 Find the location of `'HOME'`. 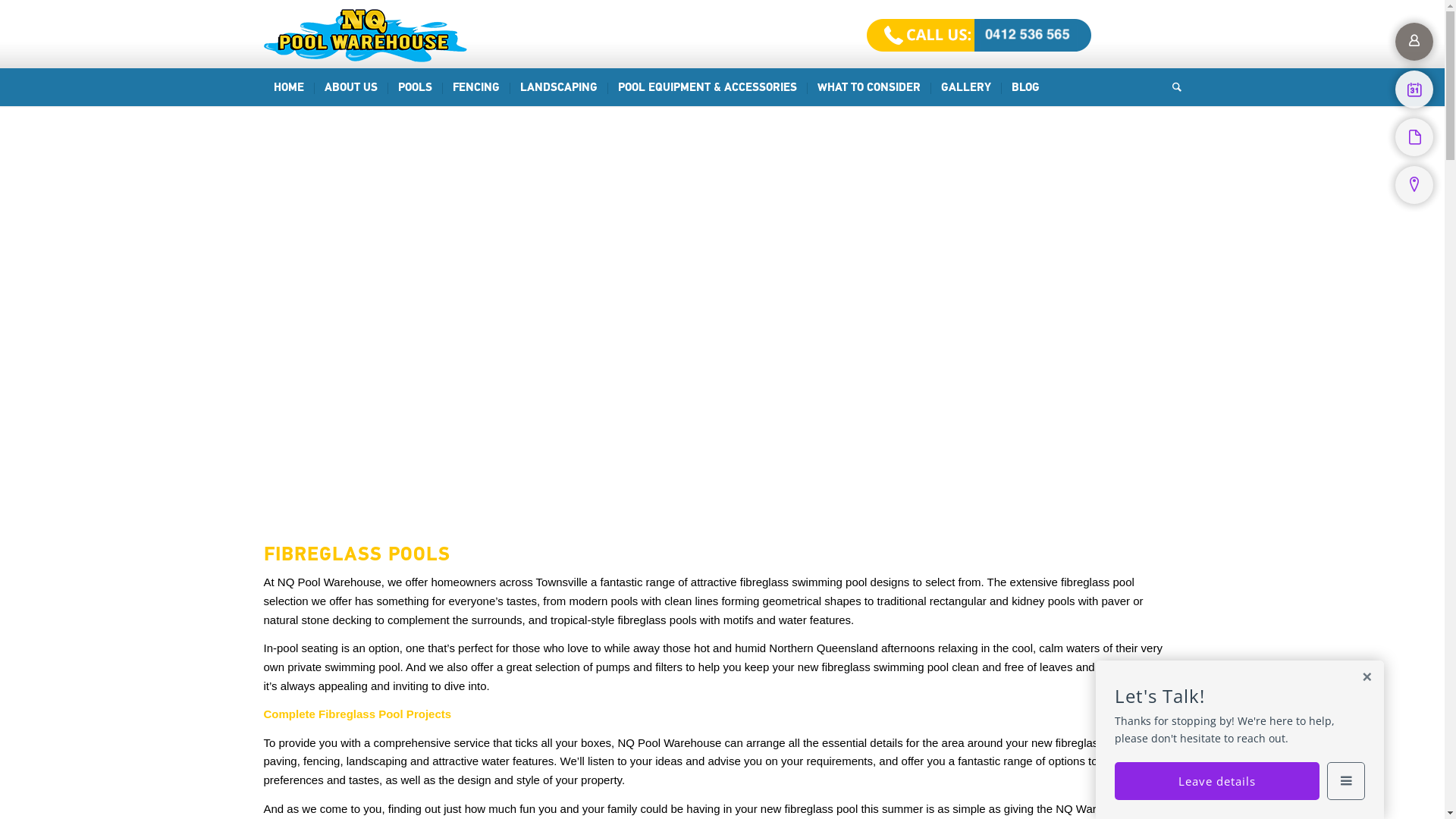

'HOME' is located at coordinates (263, 87).